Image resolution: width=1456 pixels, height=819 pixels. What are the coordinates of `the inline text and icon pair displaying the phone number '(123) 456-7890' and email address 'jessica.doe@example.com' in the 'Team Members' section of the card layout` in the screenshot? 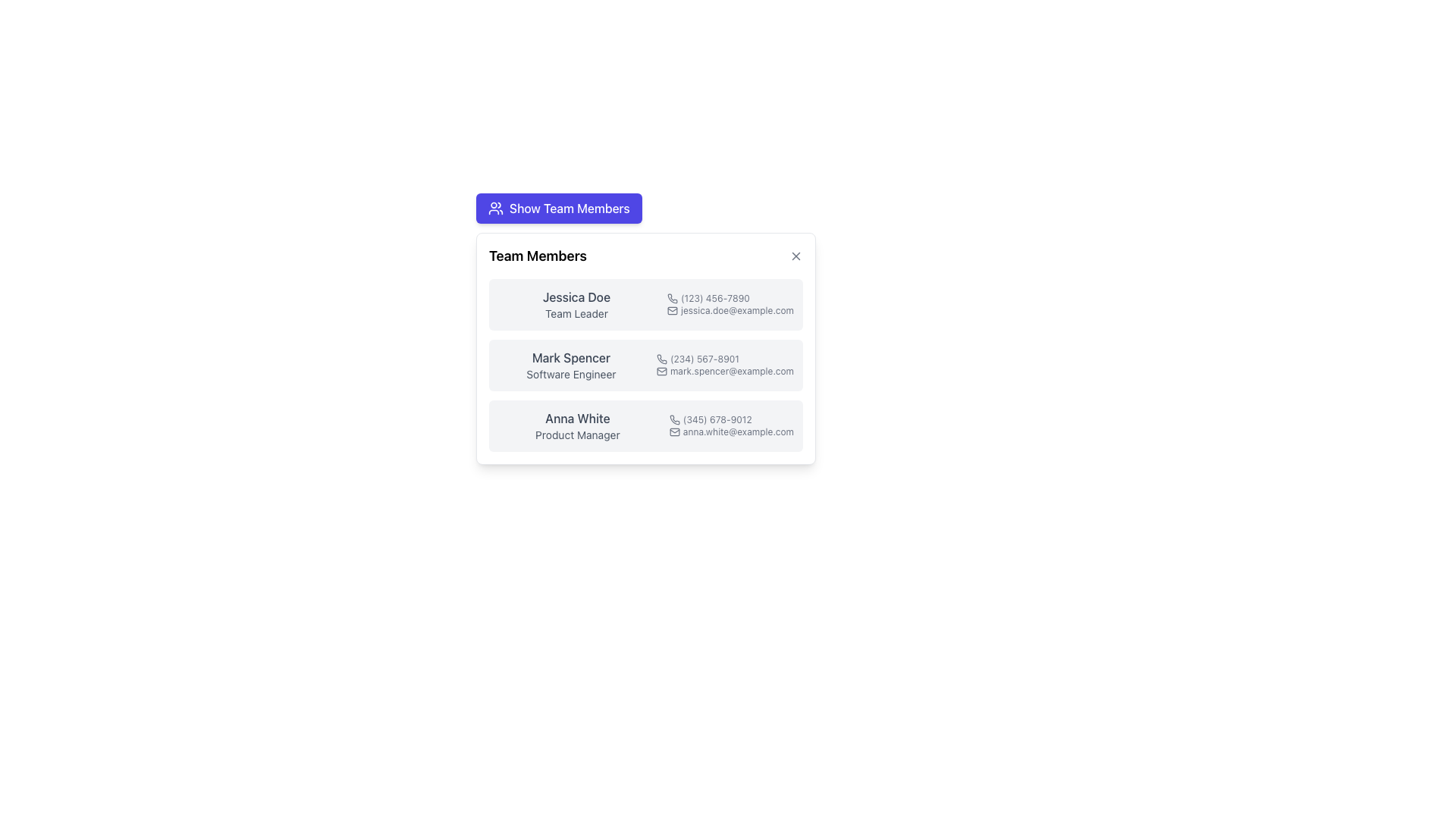 It's located at (730, 304).